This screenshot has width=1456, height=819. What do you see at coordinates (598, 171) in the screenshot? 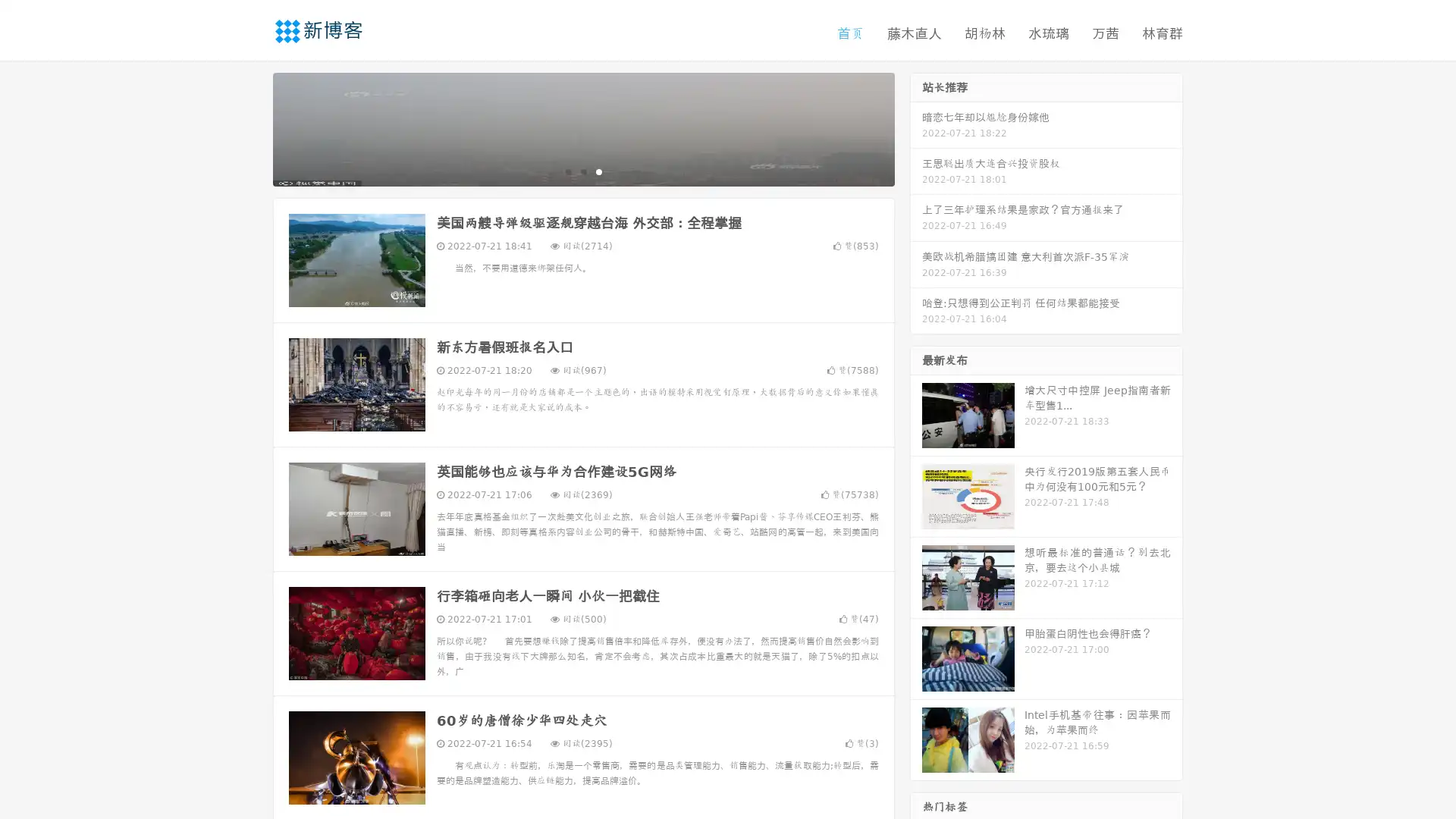
I see `Go to slide 3` at bounding box center [598, 171].